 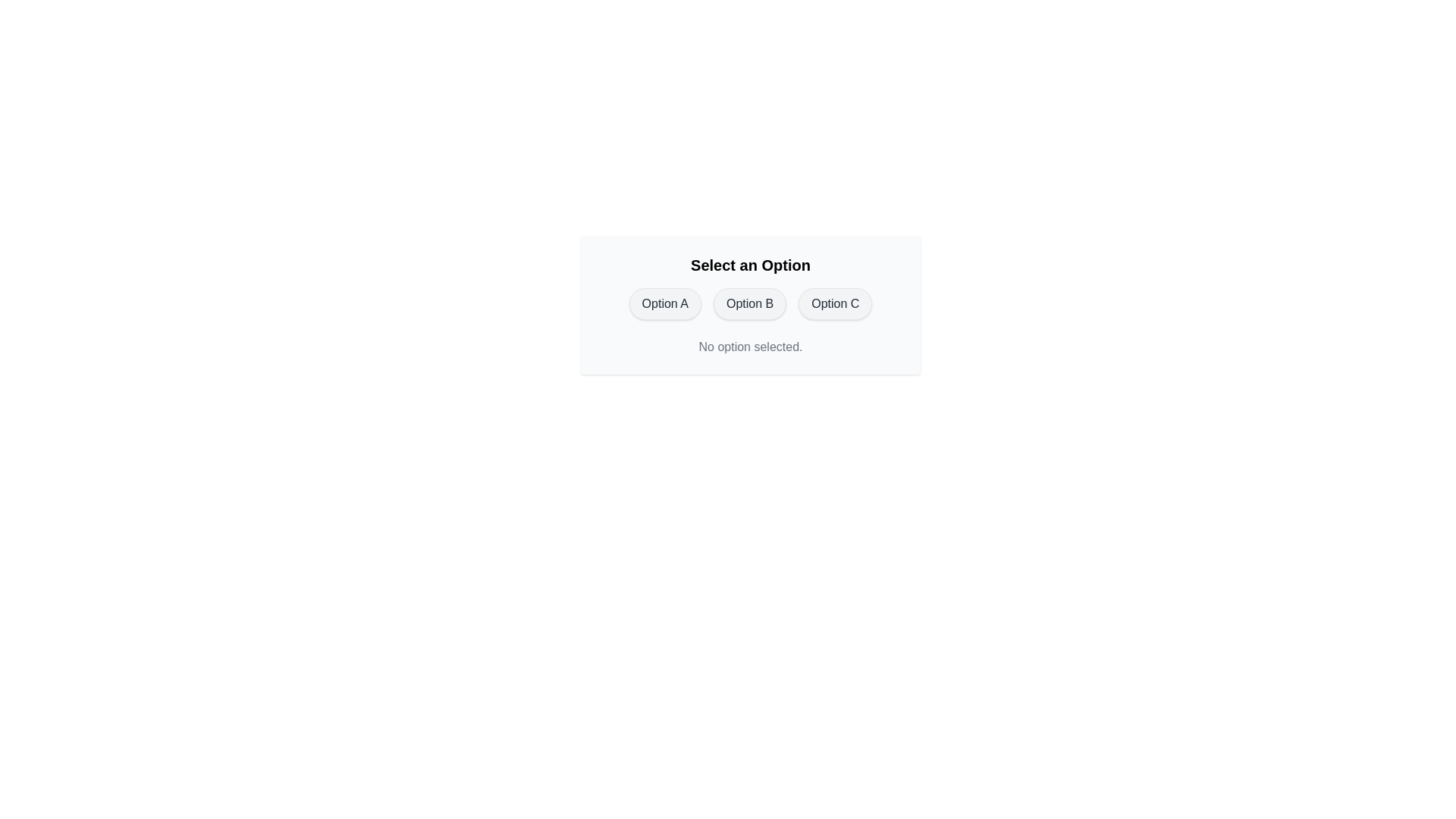 I want to click on the button corresponding to Option B to select it, so click(x=749, y=304).